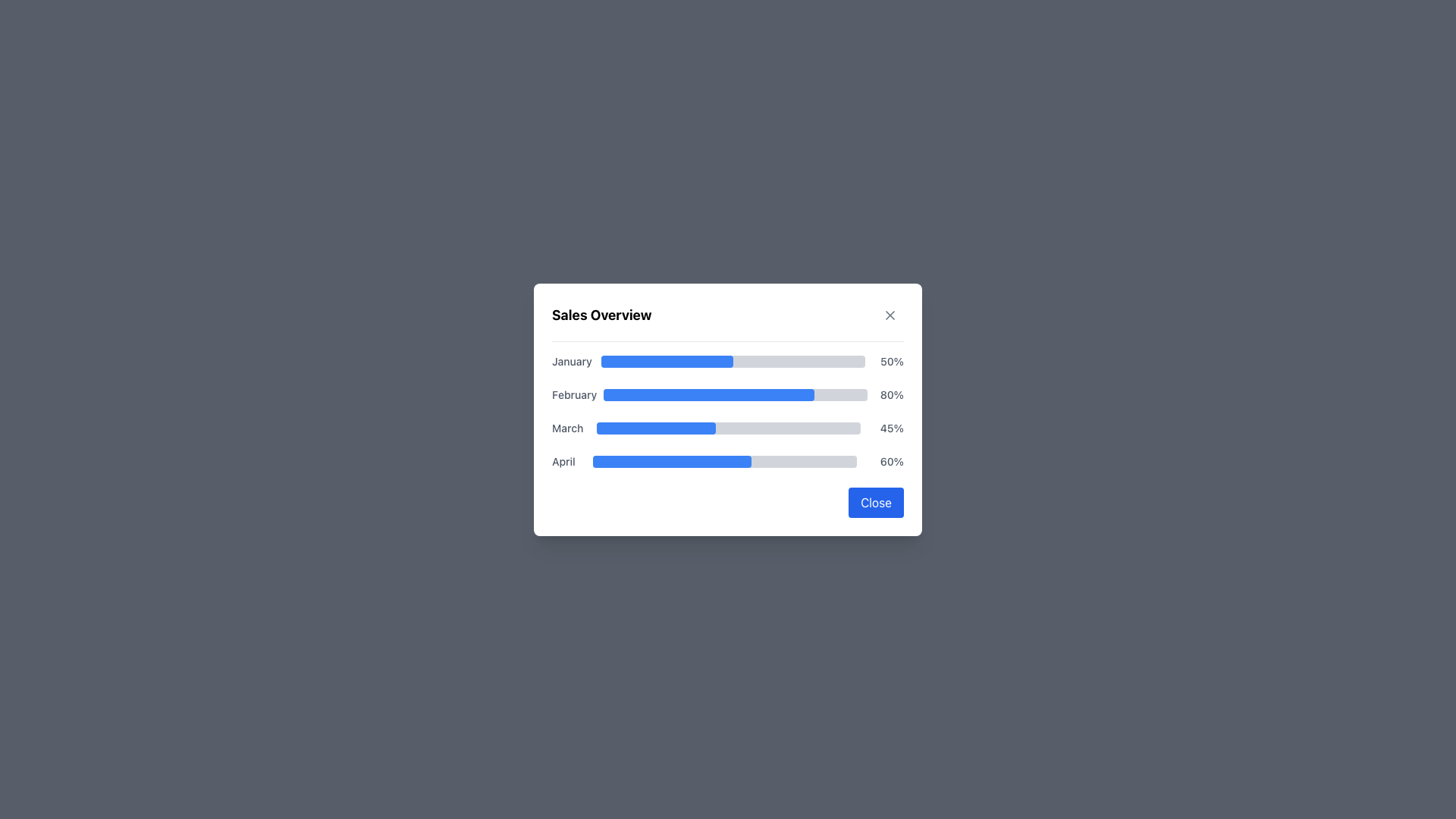 The height and width of the screenshot is (819, 1456). Describe the element at coordinates (889, 361) in the screenshot. I see `the static label text displaying '50%' located on the right edge of the horizontal bar for 'January' in the 'Sales Overview' card` at that location.